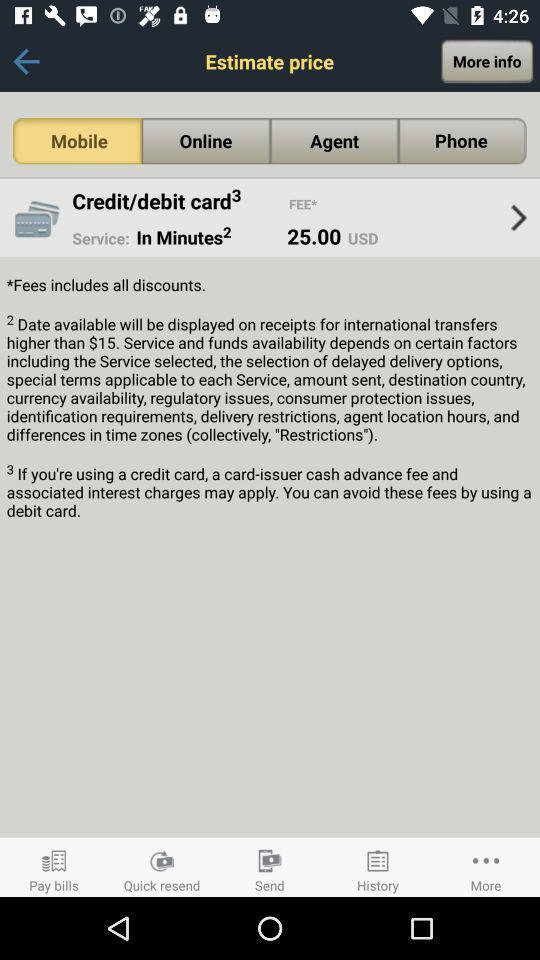  I want to click on the item next to fee*, so click(180, 201).